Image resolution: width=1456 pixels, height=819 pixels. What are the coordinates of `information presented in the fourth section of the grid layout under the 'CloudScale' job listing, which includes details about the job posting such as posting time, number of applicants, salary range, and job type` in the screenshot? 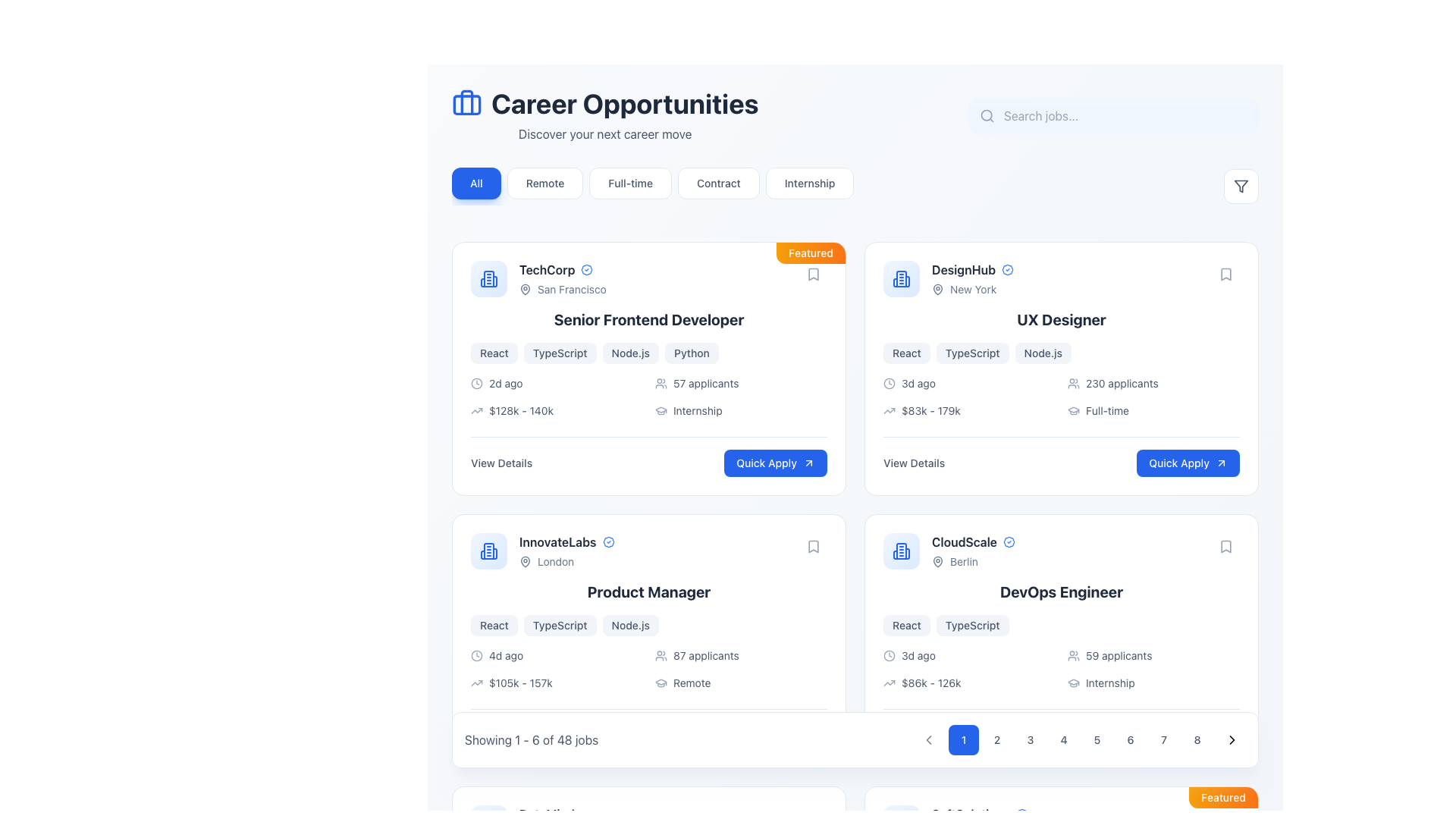 It's located at (1061, 669).